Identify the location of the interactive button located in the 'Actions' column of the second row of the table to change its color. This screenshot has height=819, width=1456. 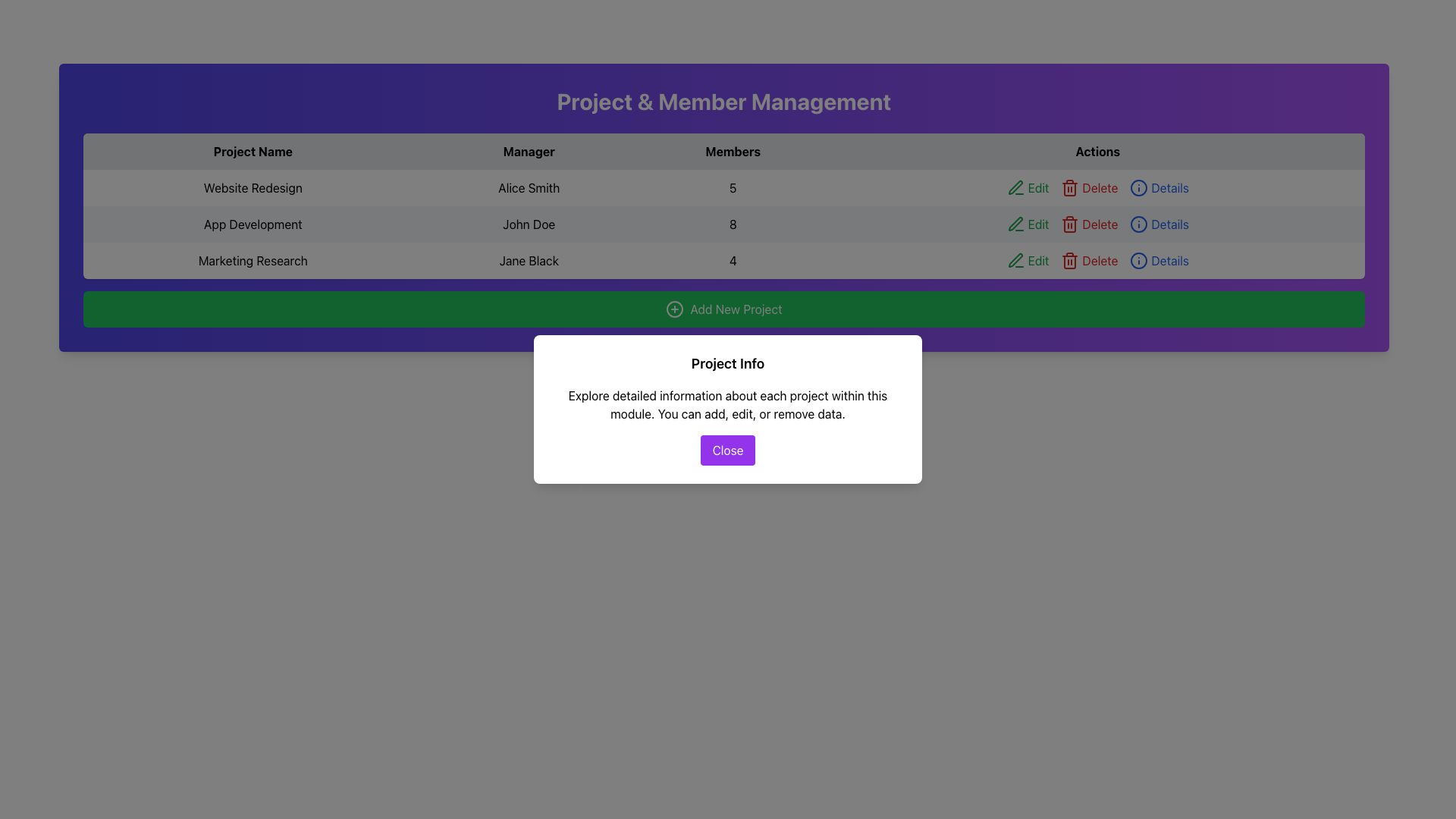
(1028, 224).